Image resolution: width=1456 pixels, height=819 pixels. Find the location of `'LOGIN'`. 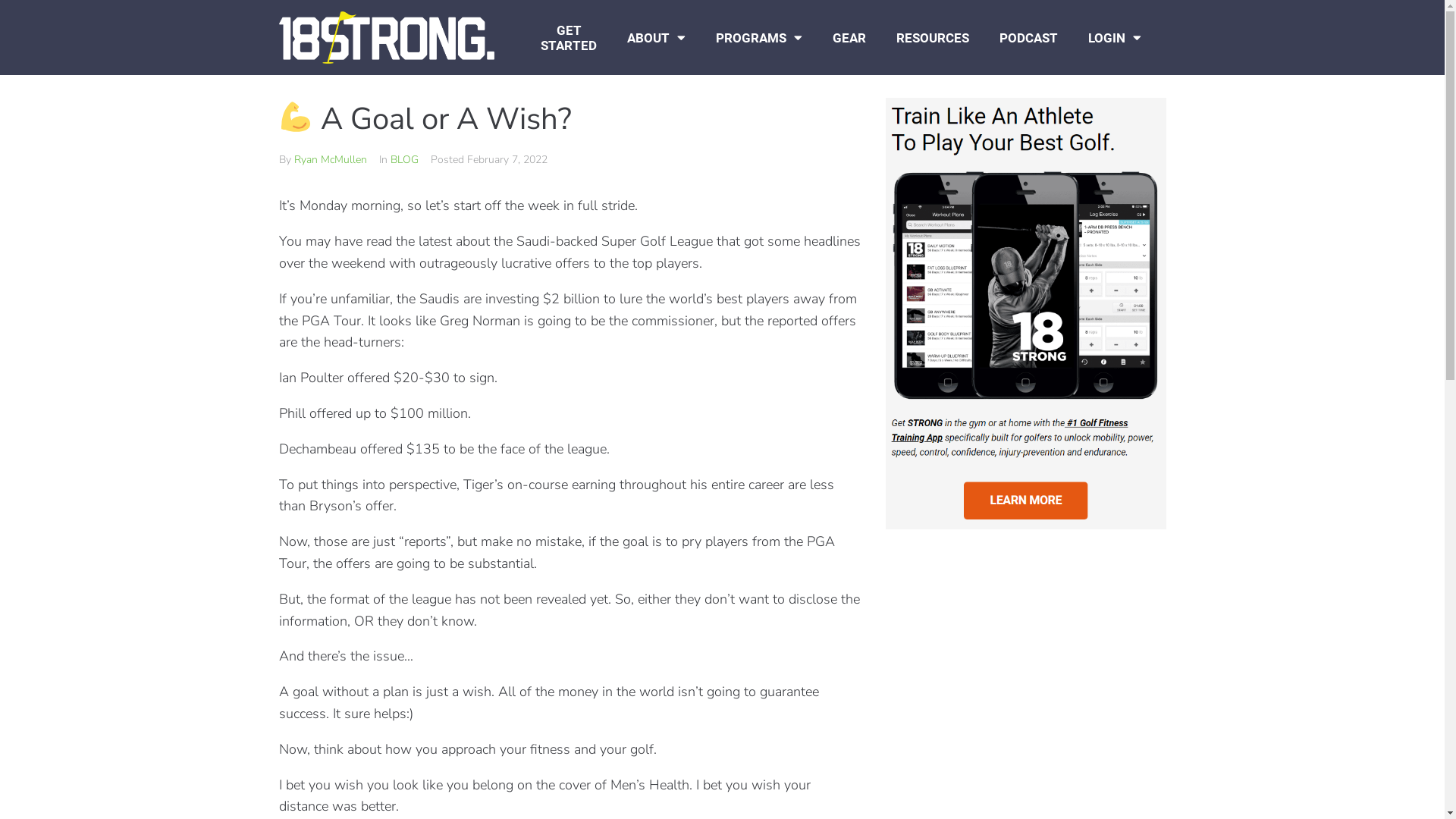

'LOGIN' is located at coordinates (1114, 37).